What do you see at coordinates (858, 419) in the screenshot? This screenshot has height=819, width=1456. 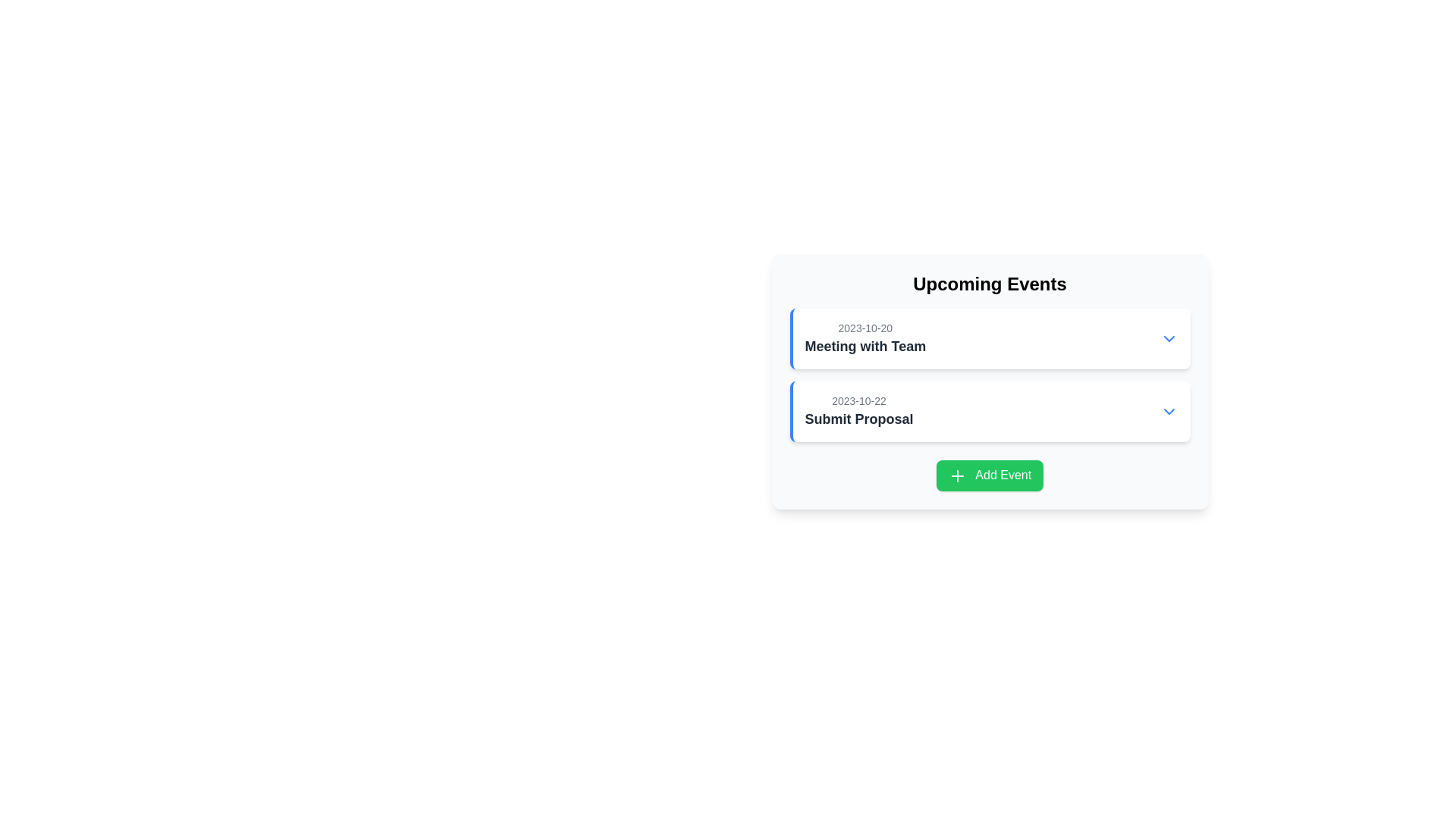 I see `the text label that says 'Submit Proposal', which is a bold and emphasized element located below the date '2023-10-22' in the second card of the 'Upcoming Events' section` at bounding box center [858, 419].